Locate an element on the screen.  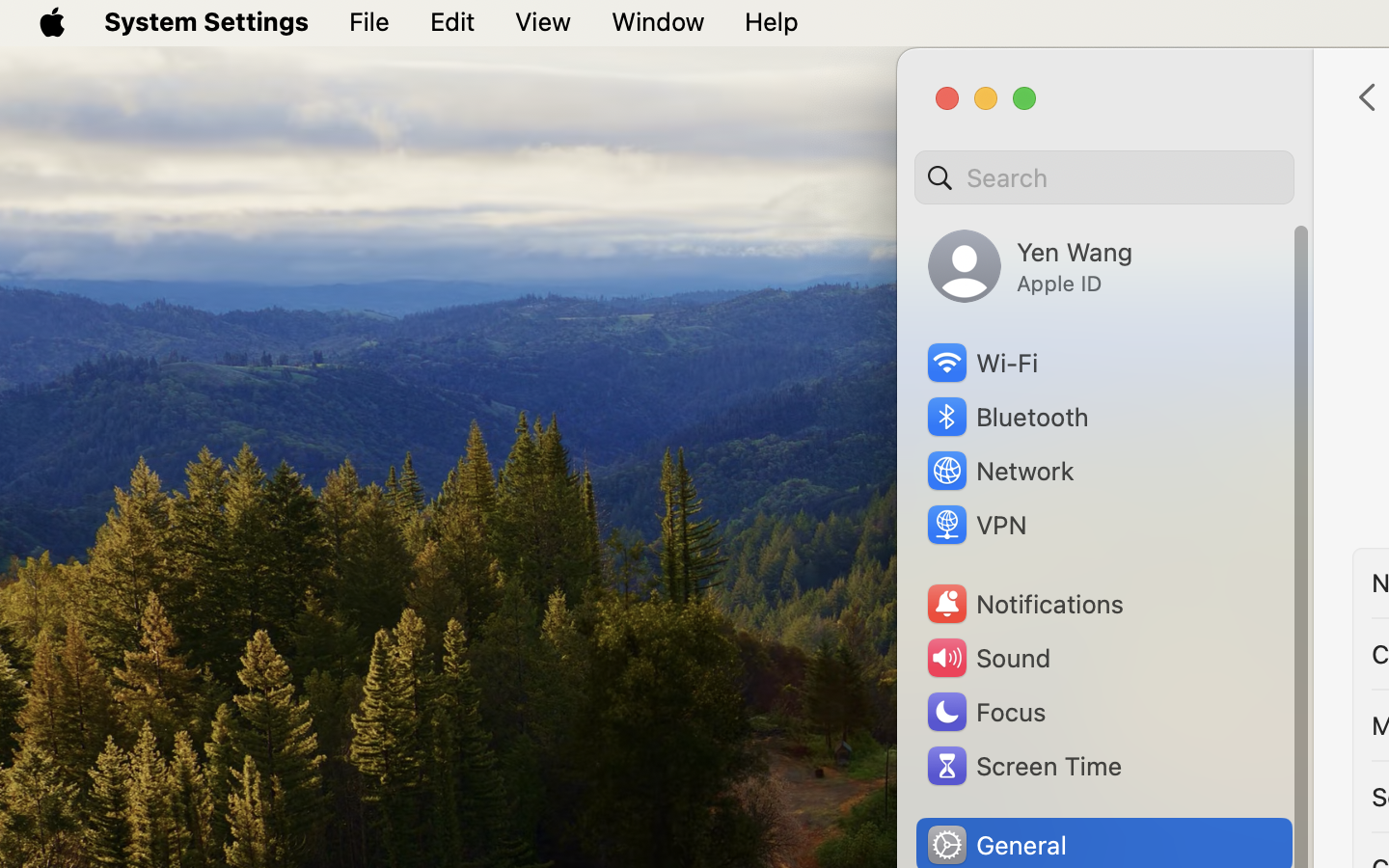
'Wi‑Fi' is located at coordinates (980, 363).